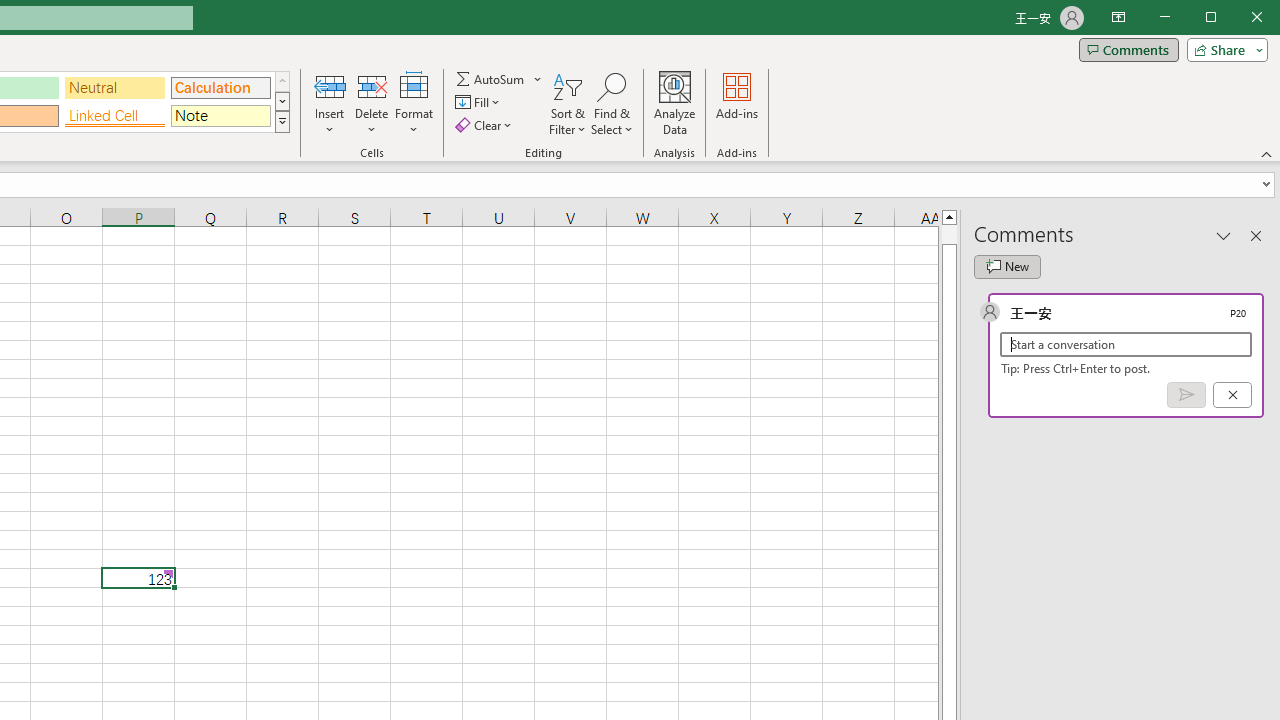 The width and height of the screenshot is (1280, 720). Describe the element at coordinates (220, 116) in the screenshot. I see `'Note'` at that location.